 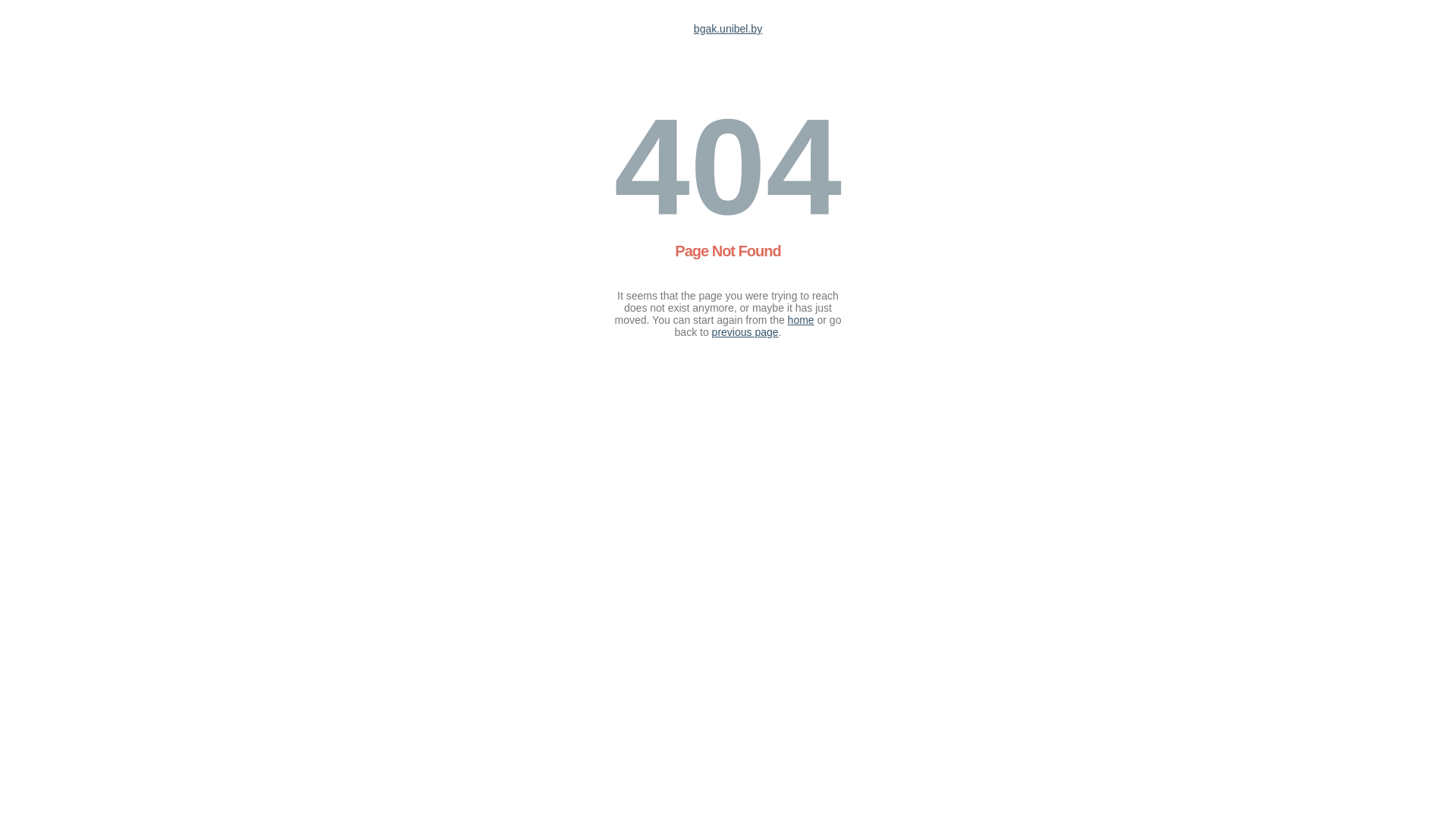 What do you see at coordinates (800, 318) in the screenshot?
I see `'home'` at bounding box center [800, 318].